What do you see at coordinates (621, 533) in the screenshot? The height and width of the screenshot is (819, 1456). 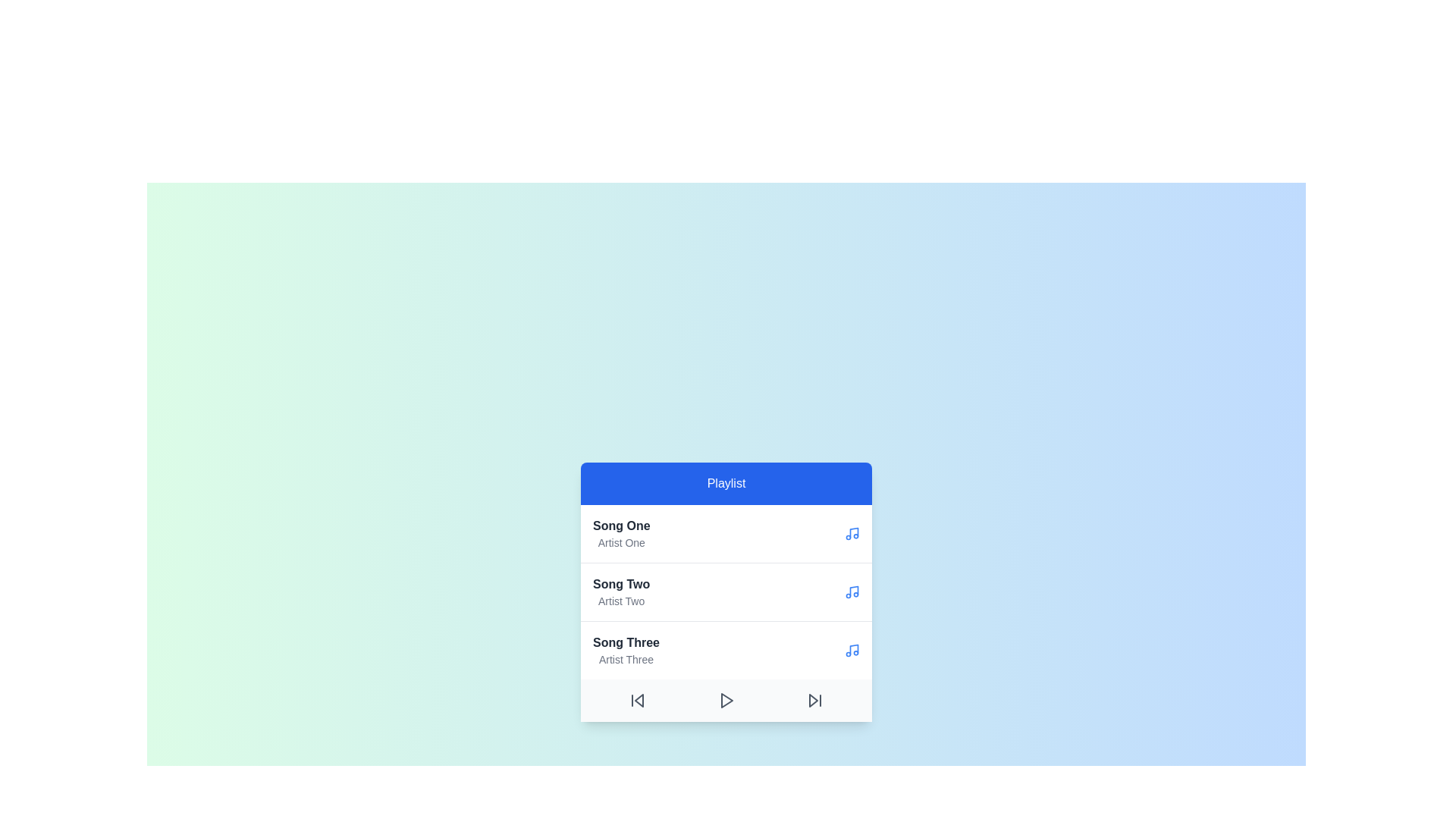 I see `the song titled Song One by Artist One from the playlist` at bounding box center [621, 533].